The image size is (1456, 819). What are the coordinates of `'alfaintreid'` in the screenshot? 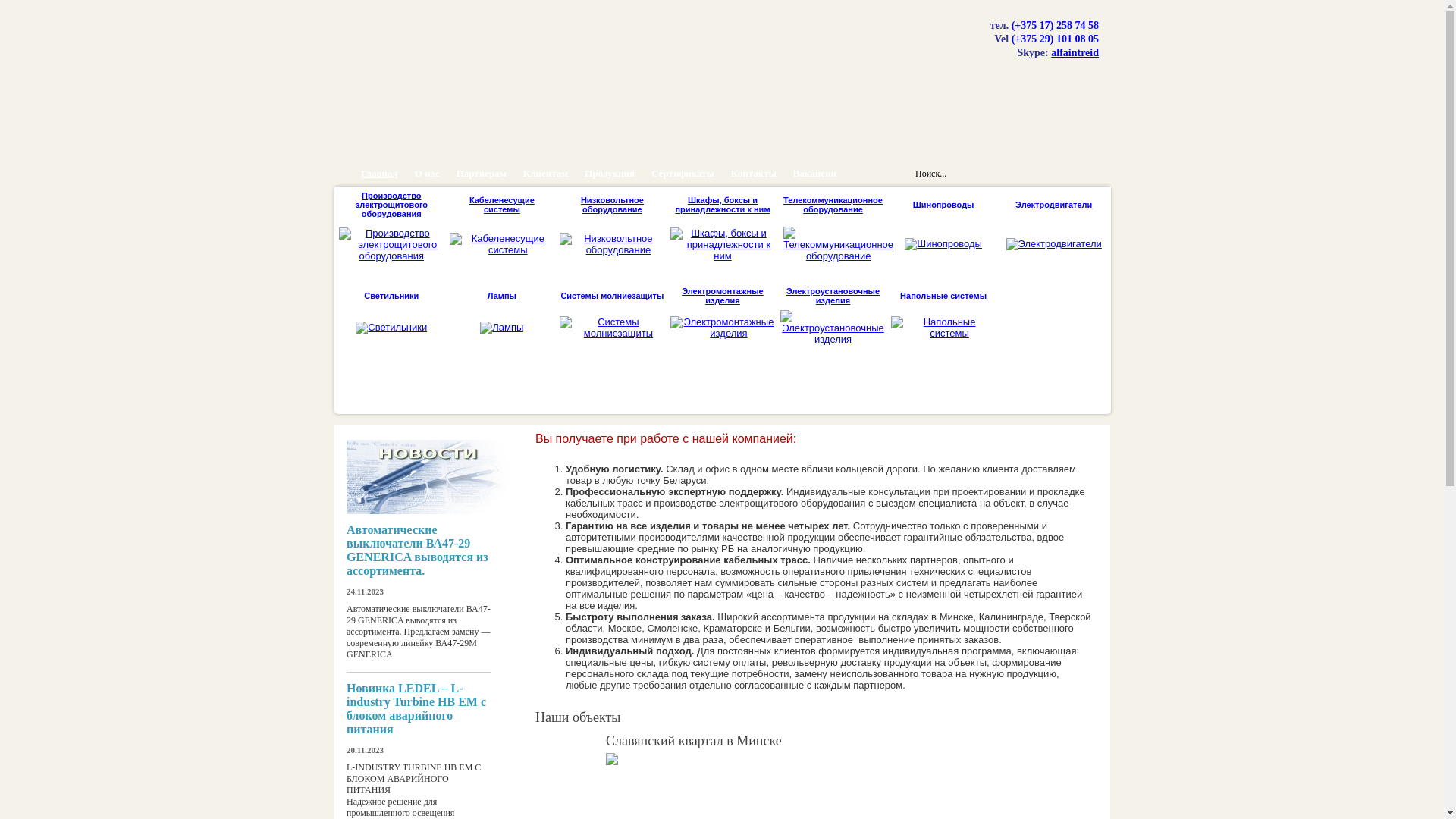 It's located at (1074, 52).